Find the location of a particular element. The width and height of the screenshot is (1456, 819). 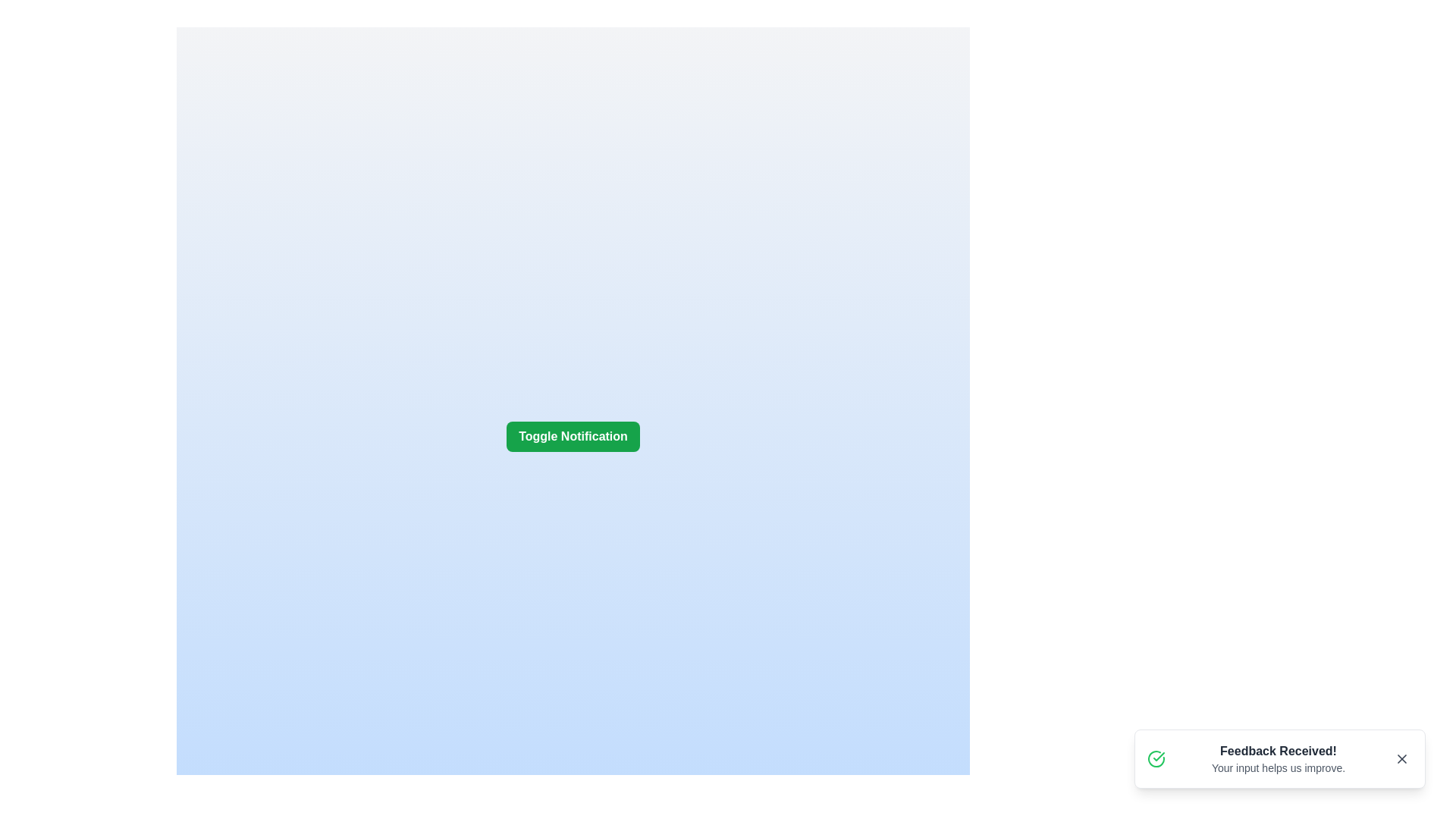

the 'Toggle Notification' button to toggle the visibility of the notification is located at coordinates (572, 436).